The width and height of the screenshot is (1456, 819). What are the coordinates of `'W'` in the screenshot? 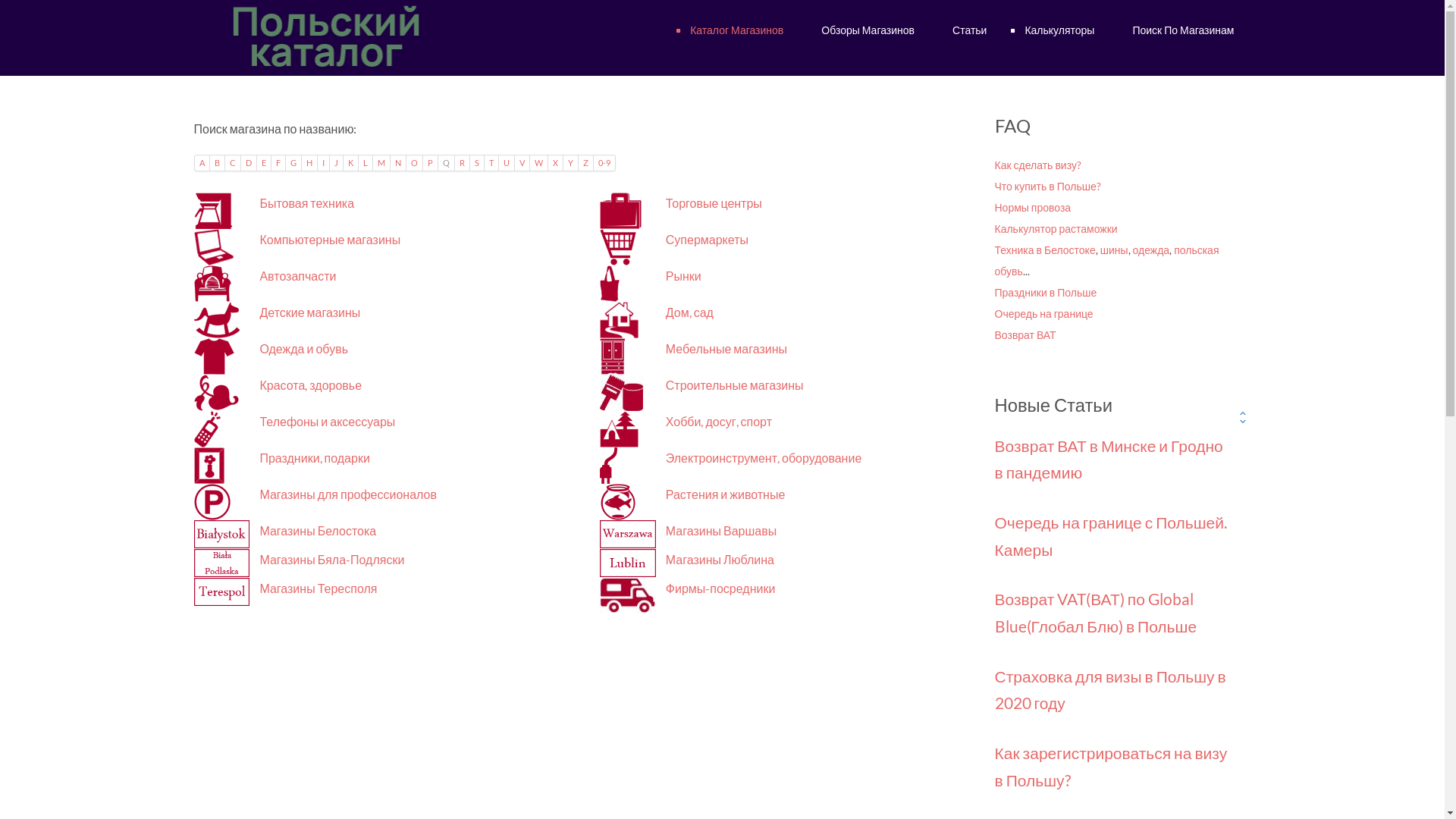 It's located at (538, 163).